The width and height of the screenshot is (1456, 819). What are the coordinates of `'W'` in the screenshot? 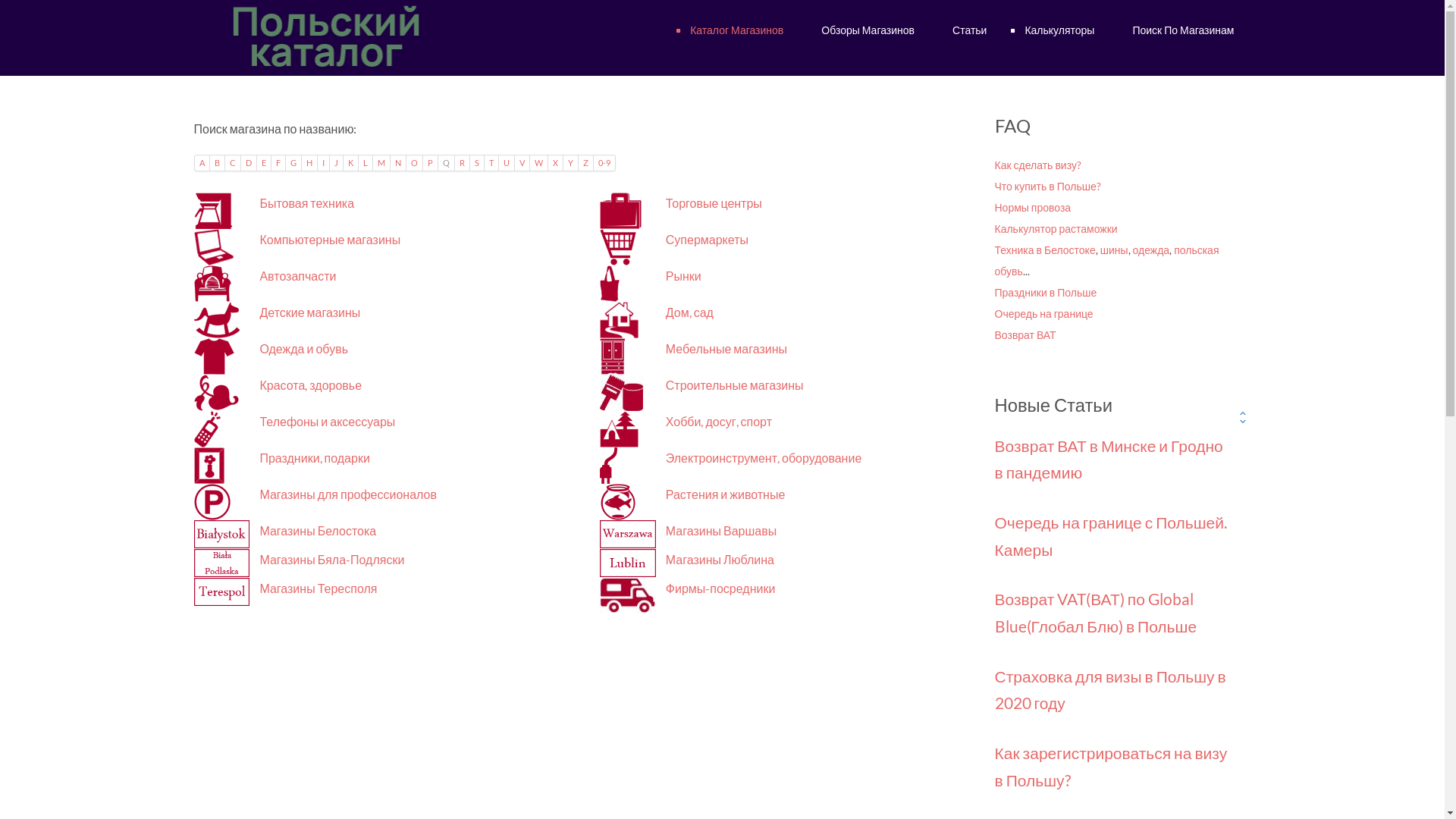 It's located at (538, 163).